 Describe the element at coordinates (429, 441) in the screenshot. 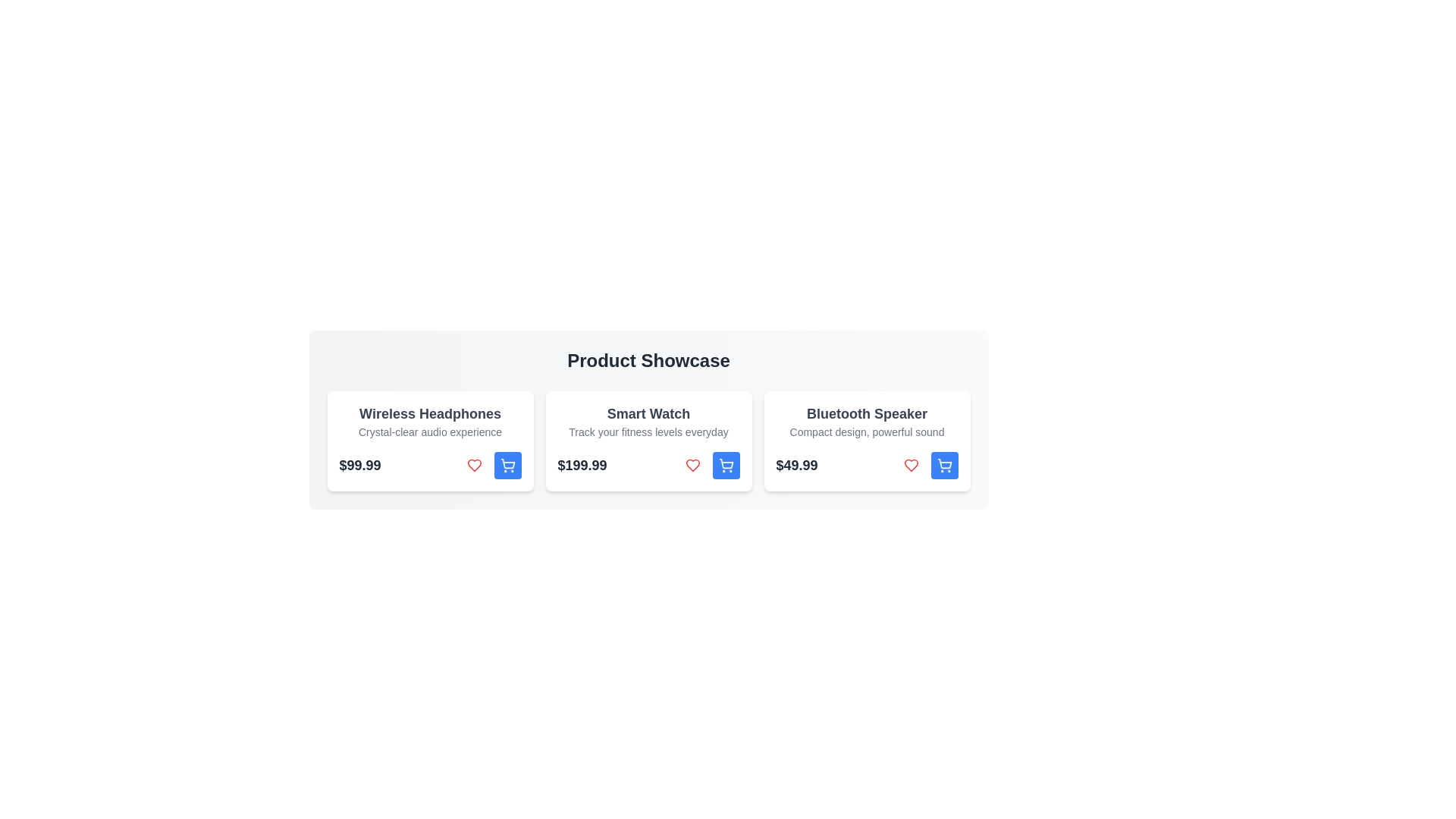

I see `the product card for Wireless Headphones to view its details` at that location.